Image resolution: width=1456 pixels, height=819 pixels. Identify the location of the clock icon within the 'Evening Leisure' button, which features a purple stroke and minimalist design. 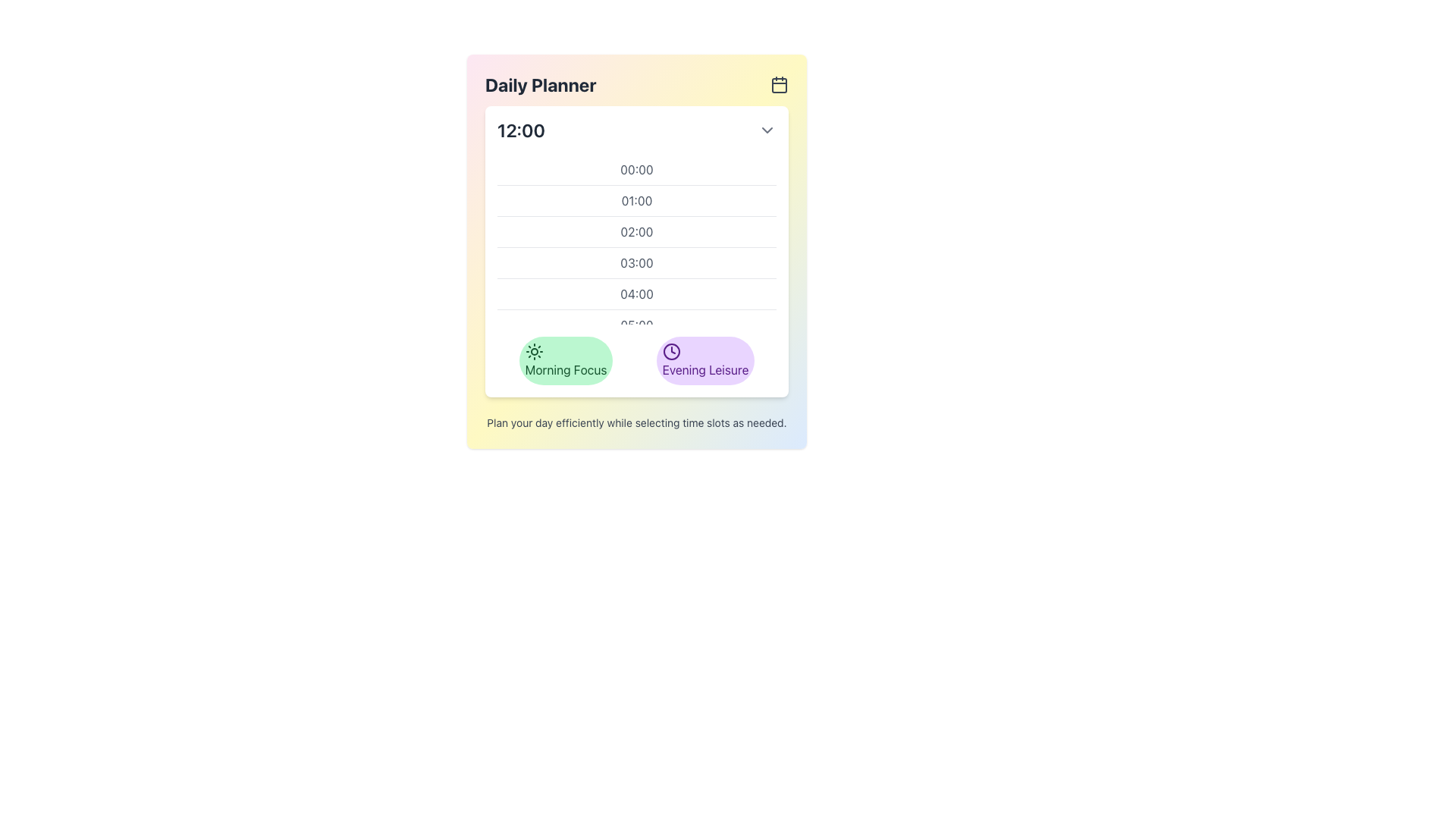
(670, 351).